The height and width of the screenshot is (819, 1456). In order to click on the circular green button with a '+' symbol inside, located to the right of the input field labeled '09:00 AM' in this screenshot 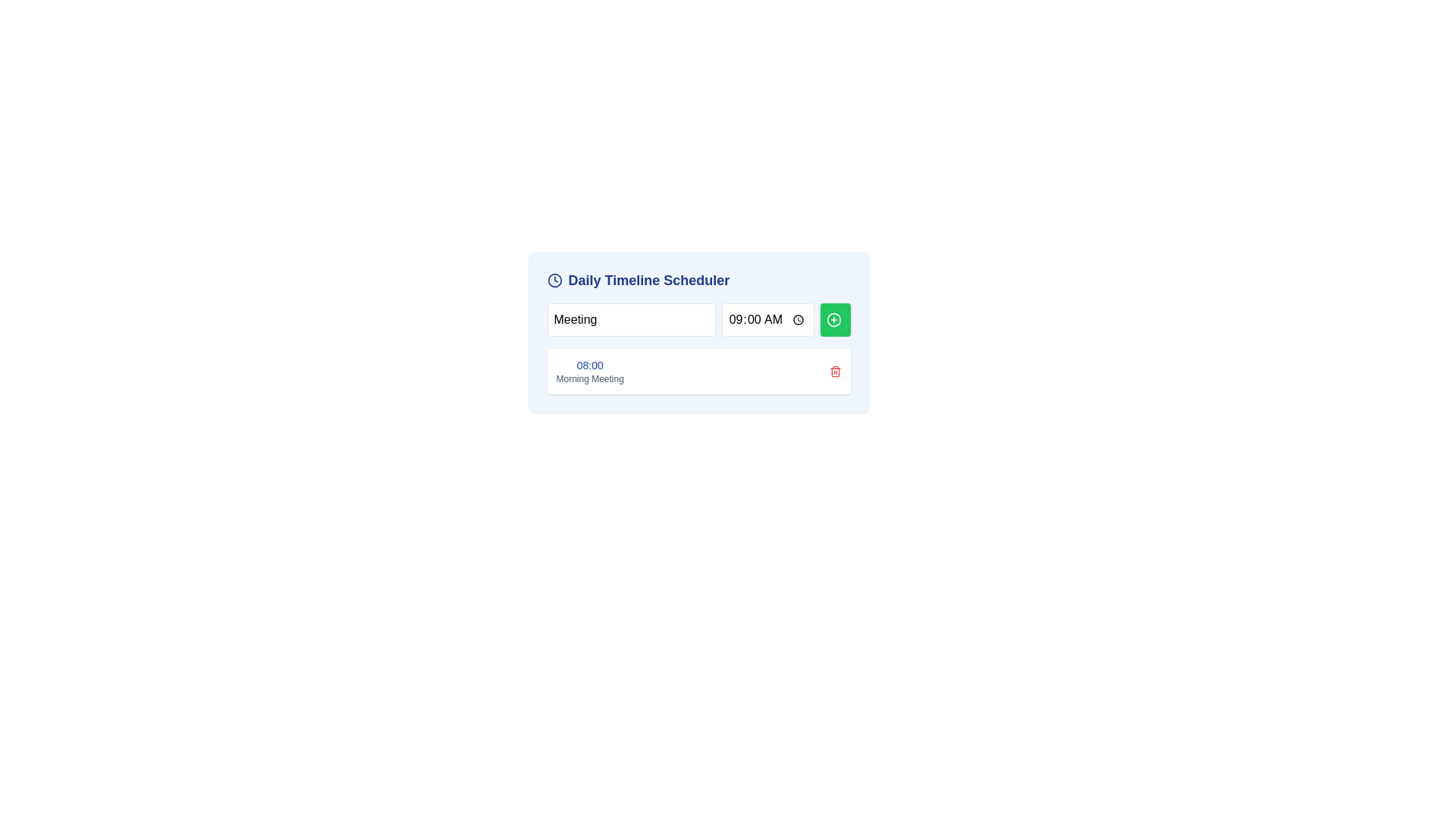, I will do `click(833, 318)`.